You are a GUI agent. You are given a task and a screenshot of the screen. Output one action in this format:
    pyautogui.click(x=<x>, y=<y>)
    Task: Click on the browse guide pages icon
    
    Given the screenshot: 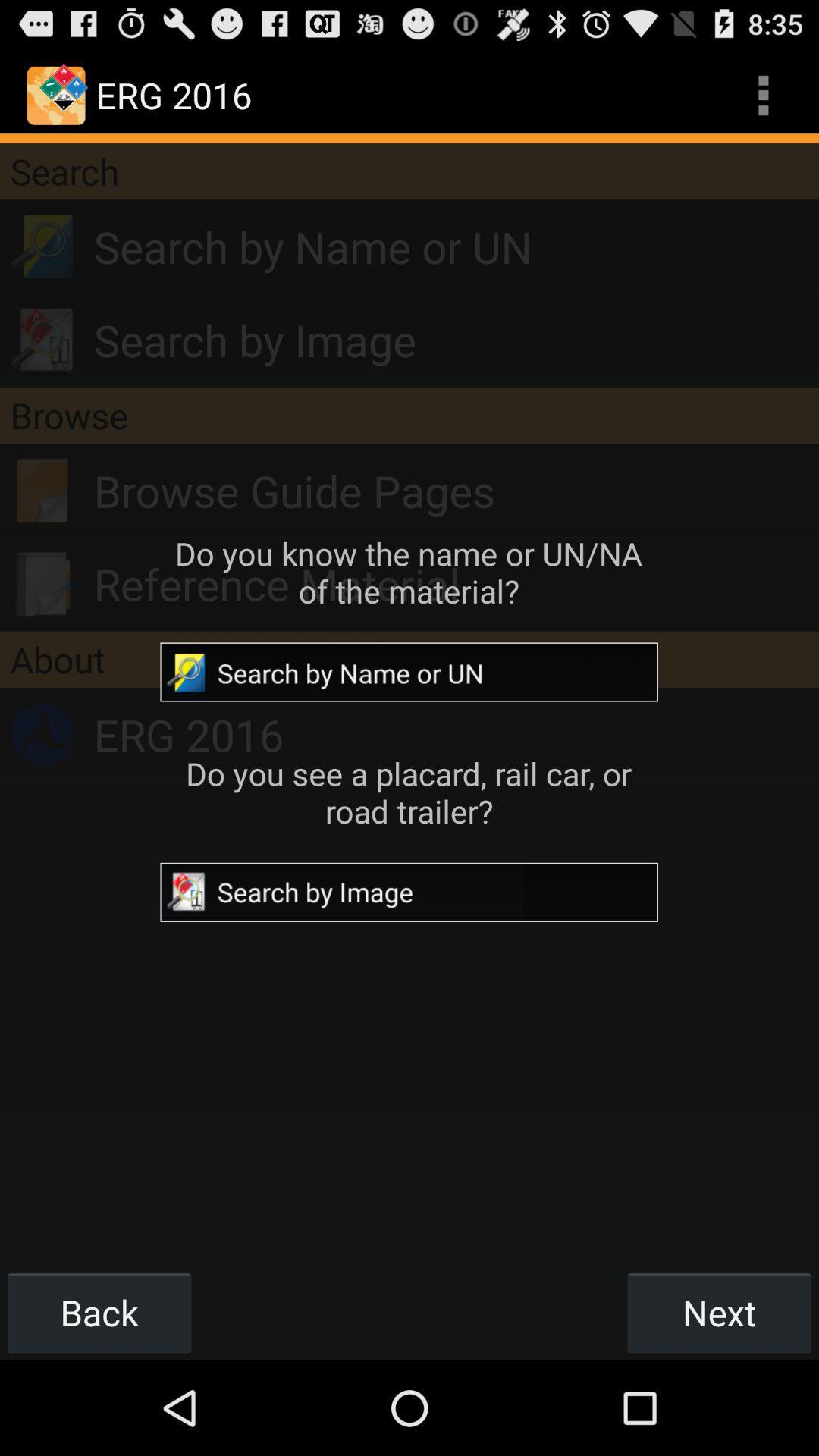 What is the action you would take?
    pyautogui.click(x=455, y=491)
    